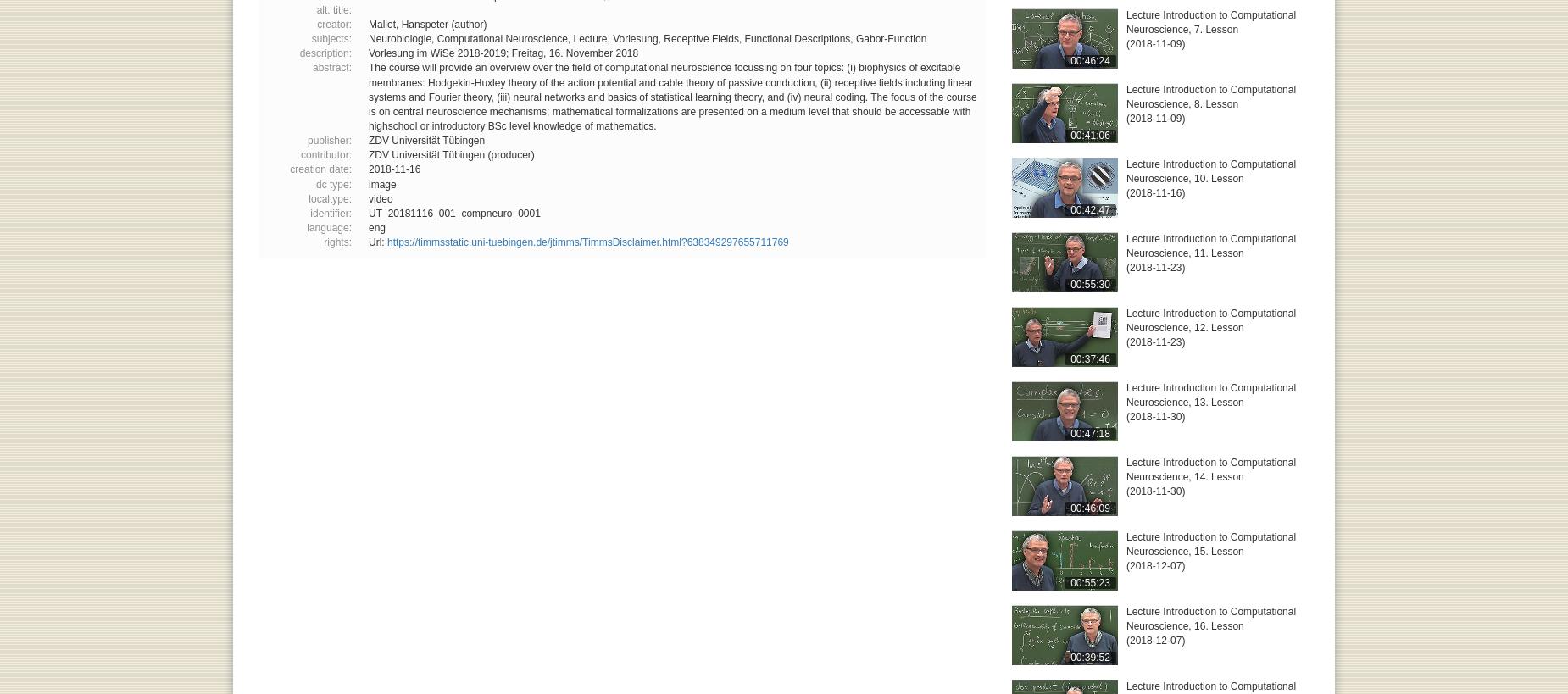 The height and width of the screenshot is (694, 1568). I want to click on 'Vorlesung im WiSe 2018-2019; Freitag, 16. November 2018', so click(503, 53).